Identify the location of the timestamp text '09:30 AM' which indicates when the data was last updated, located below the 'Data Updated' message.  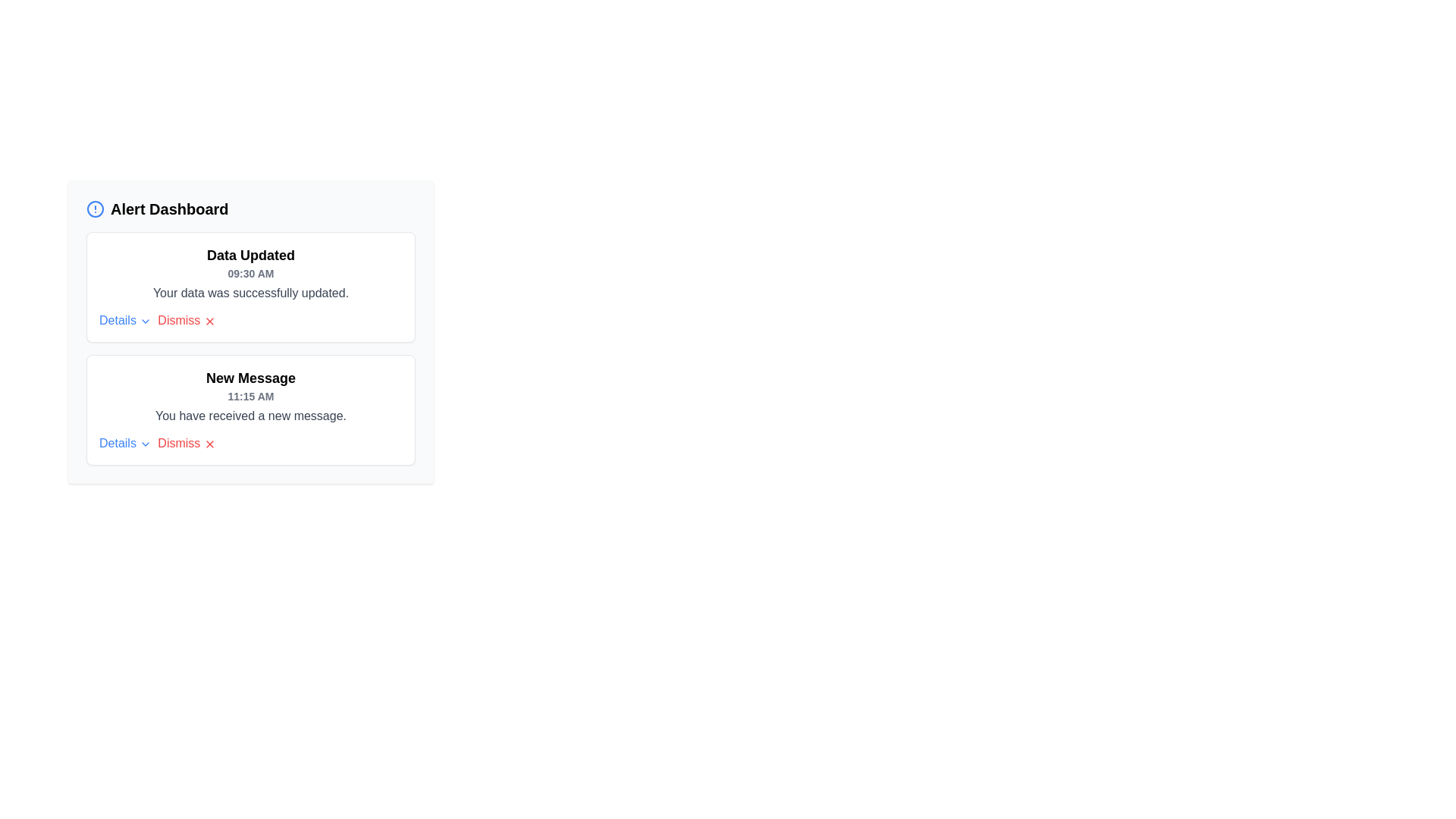
(251, 274).